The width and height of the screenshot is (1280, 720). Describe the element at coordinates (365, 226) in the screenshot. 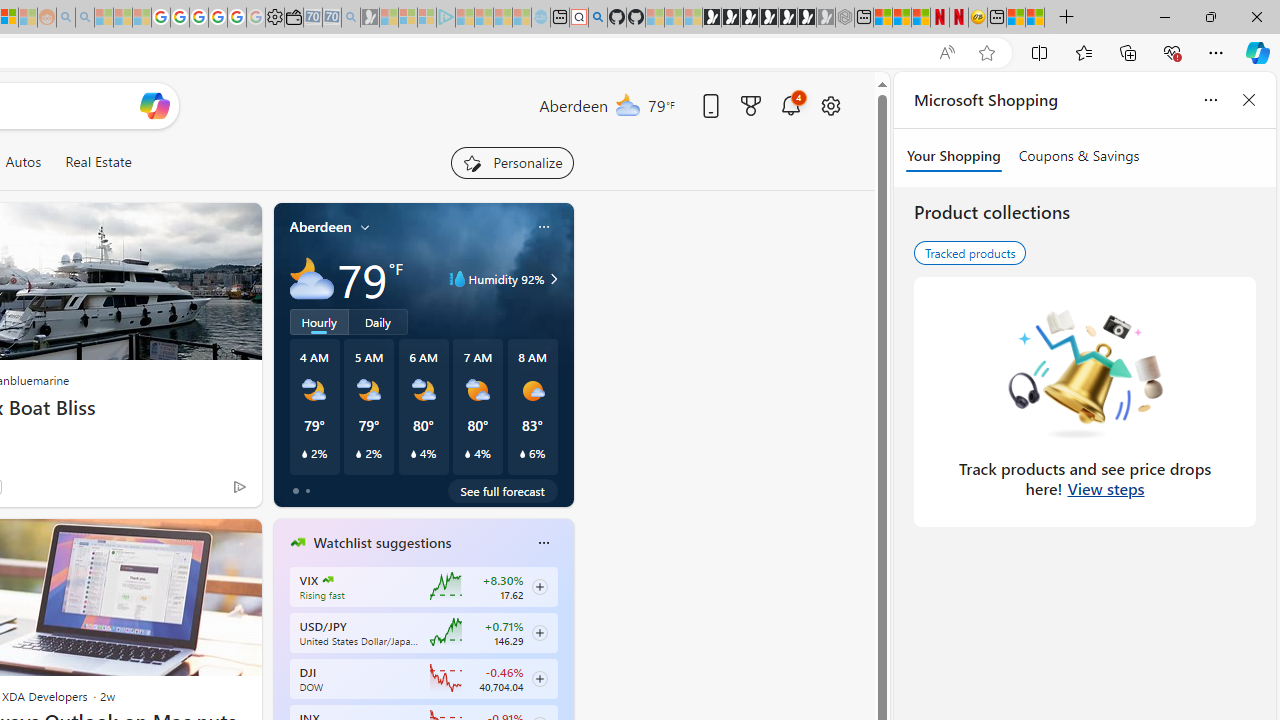

I see `'My location'` at that location.